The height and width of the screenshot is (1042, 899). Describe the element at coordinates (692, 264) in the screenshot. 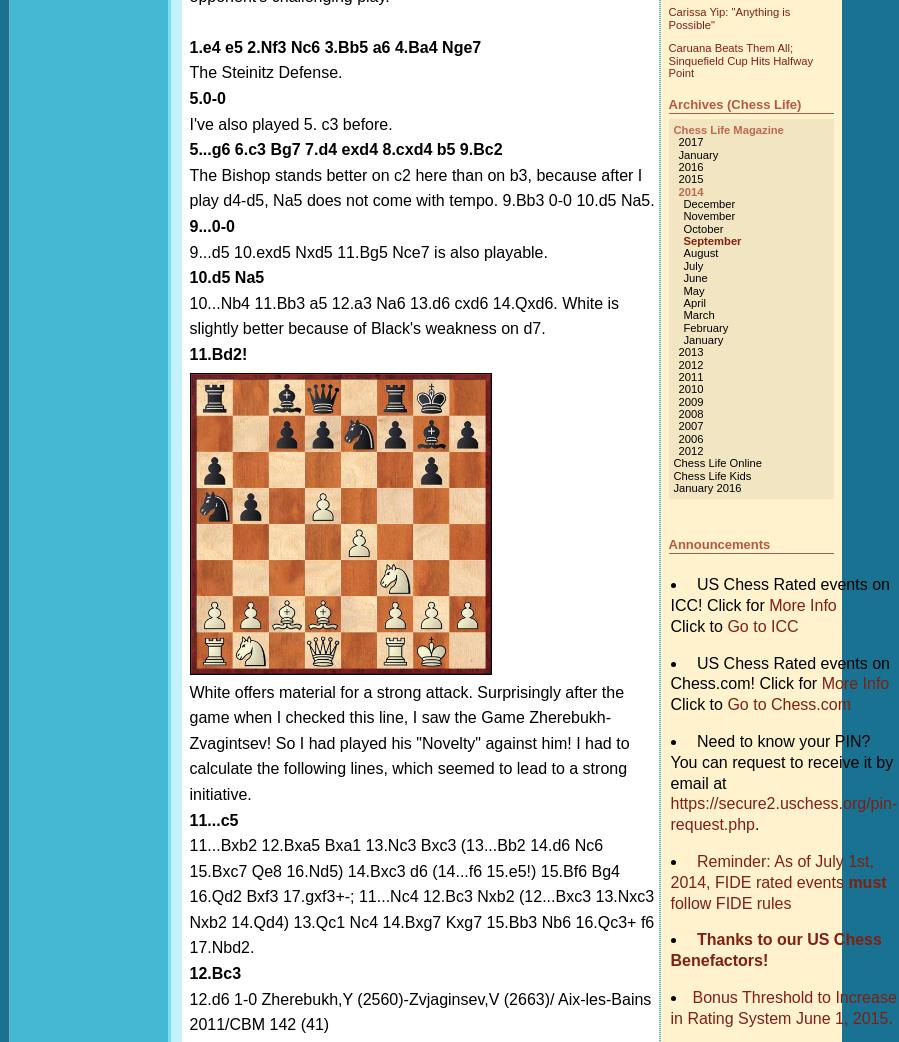

I see `'July'` at that location.